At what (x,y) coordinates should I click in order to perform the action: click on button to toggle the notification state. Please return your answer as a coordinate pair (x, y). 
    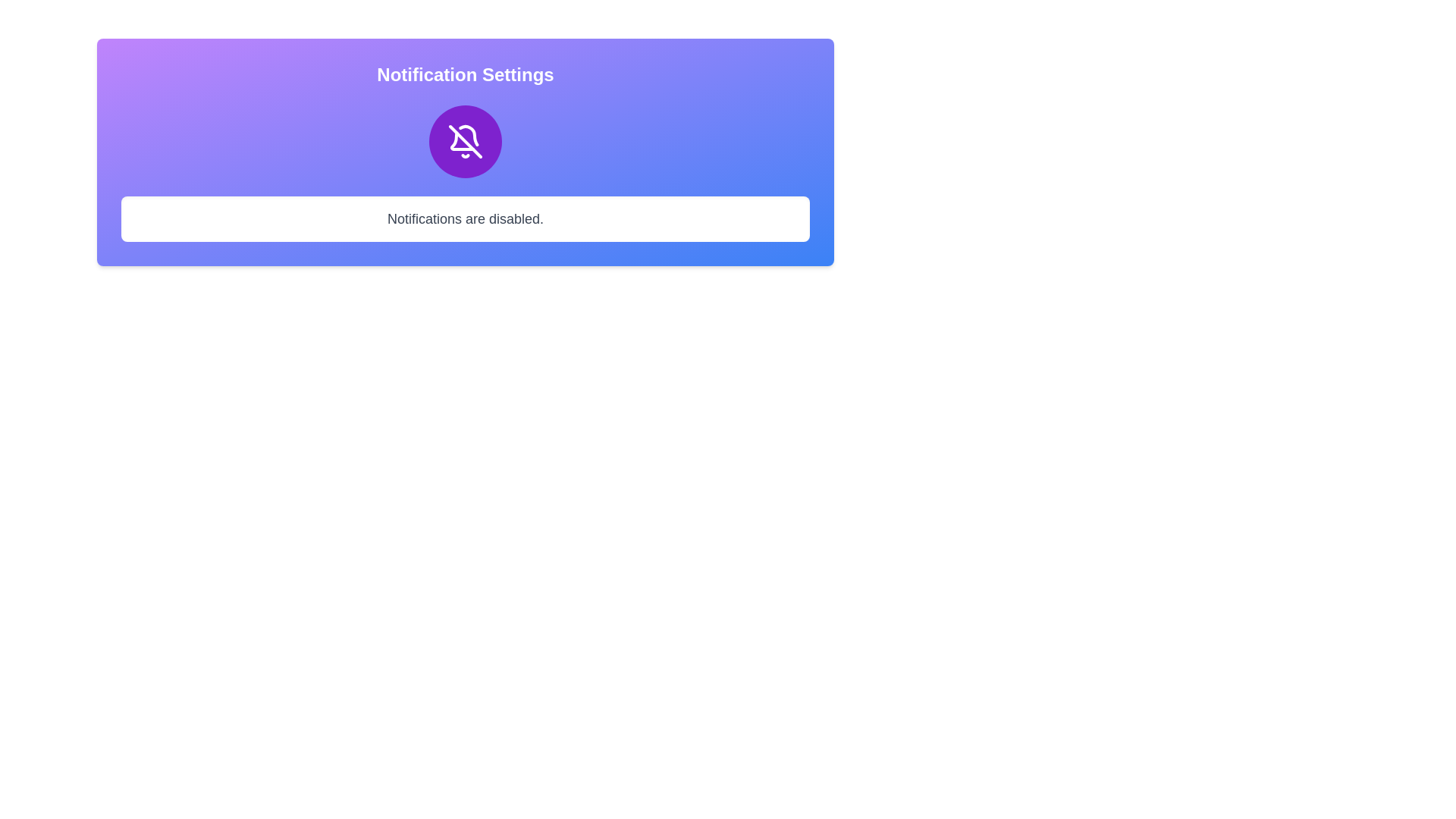
    Looking at the image, I should click on (465, 141).